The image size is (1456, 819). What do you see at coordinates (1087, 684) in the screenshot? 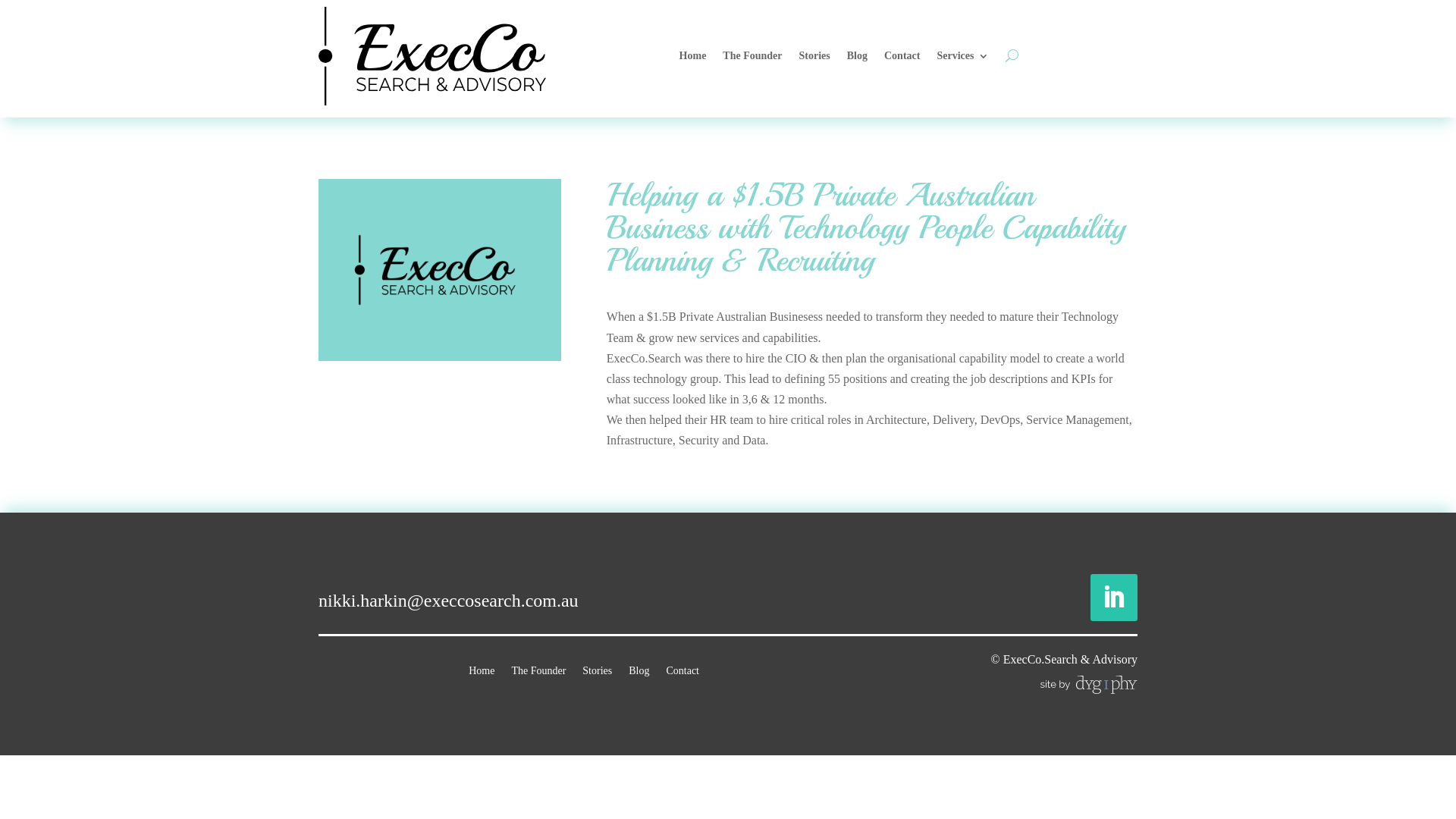
I see `'Web development and photography by Dygiphy'` at bounding box center [1087, 684].